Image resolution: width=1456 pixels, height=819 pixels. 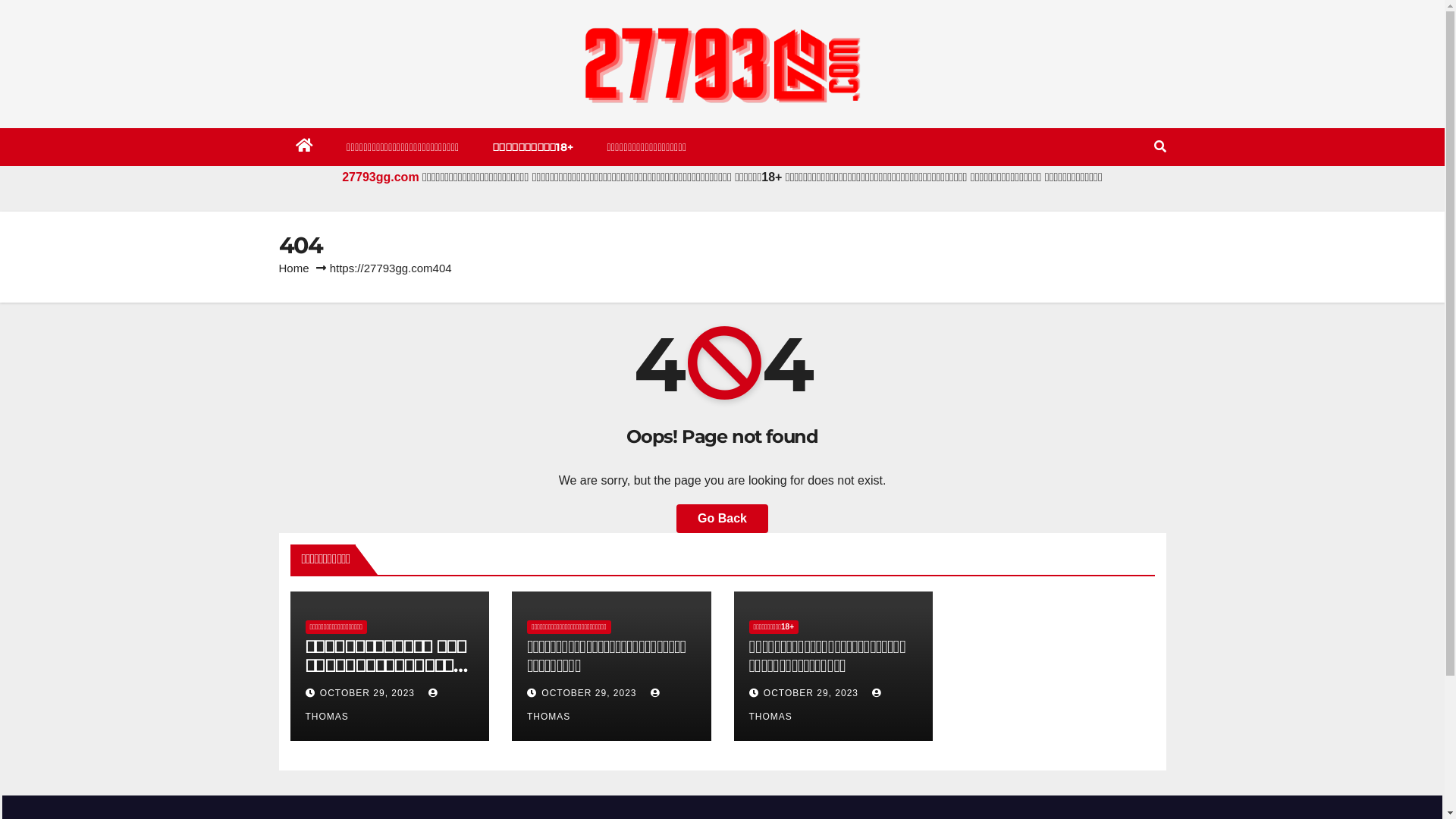 I want to click on 'Go Back', so click(x=721, y=517).